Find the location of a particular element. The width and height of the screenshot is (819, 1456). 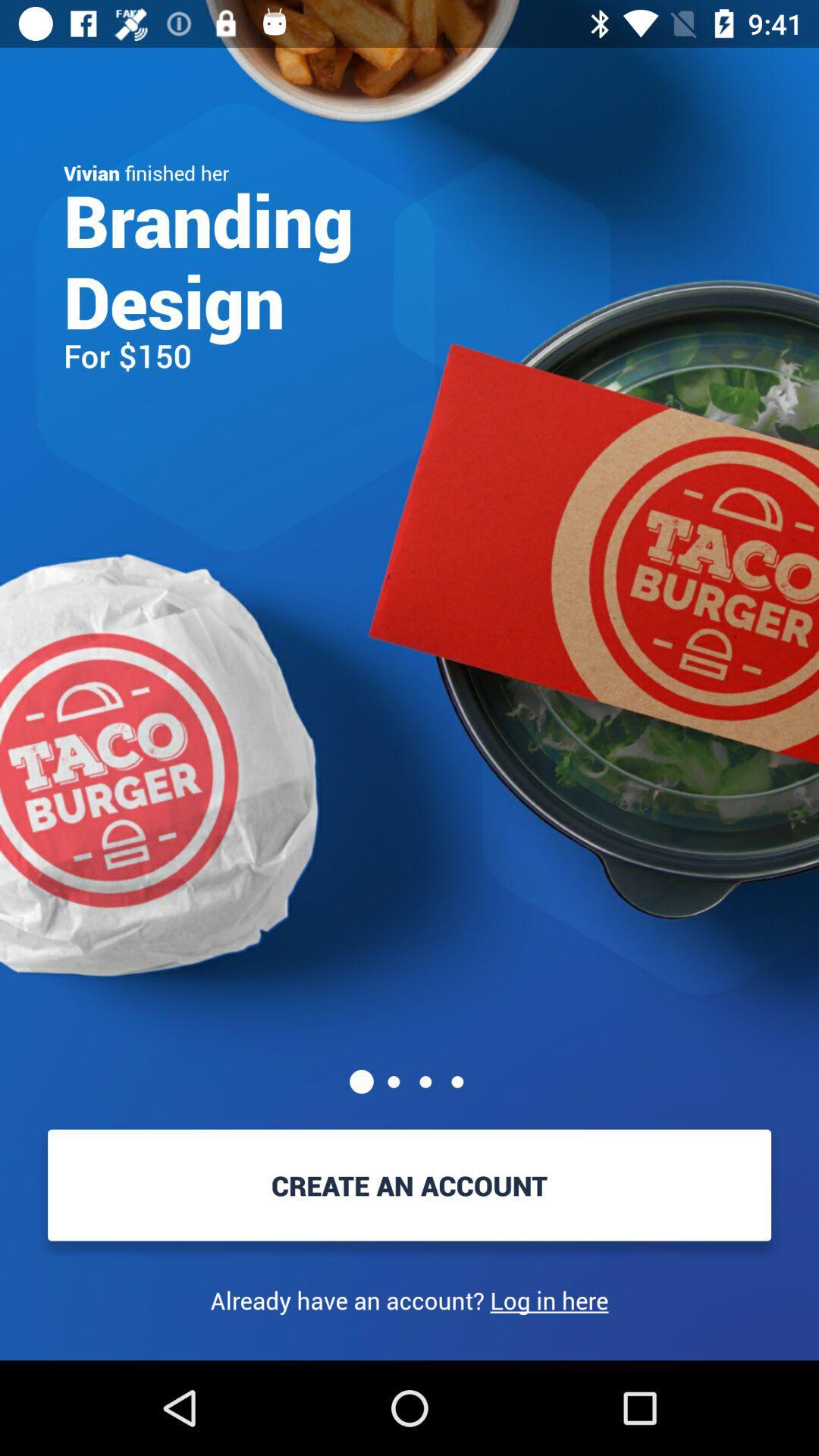

the already have an item is located at coordinates (409, 1300).